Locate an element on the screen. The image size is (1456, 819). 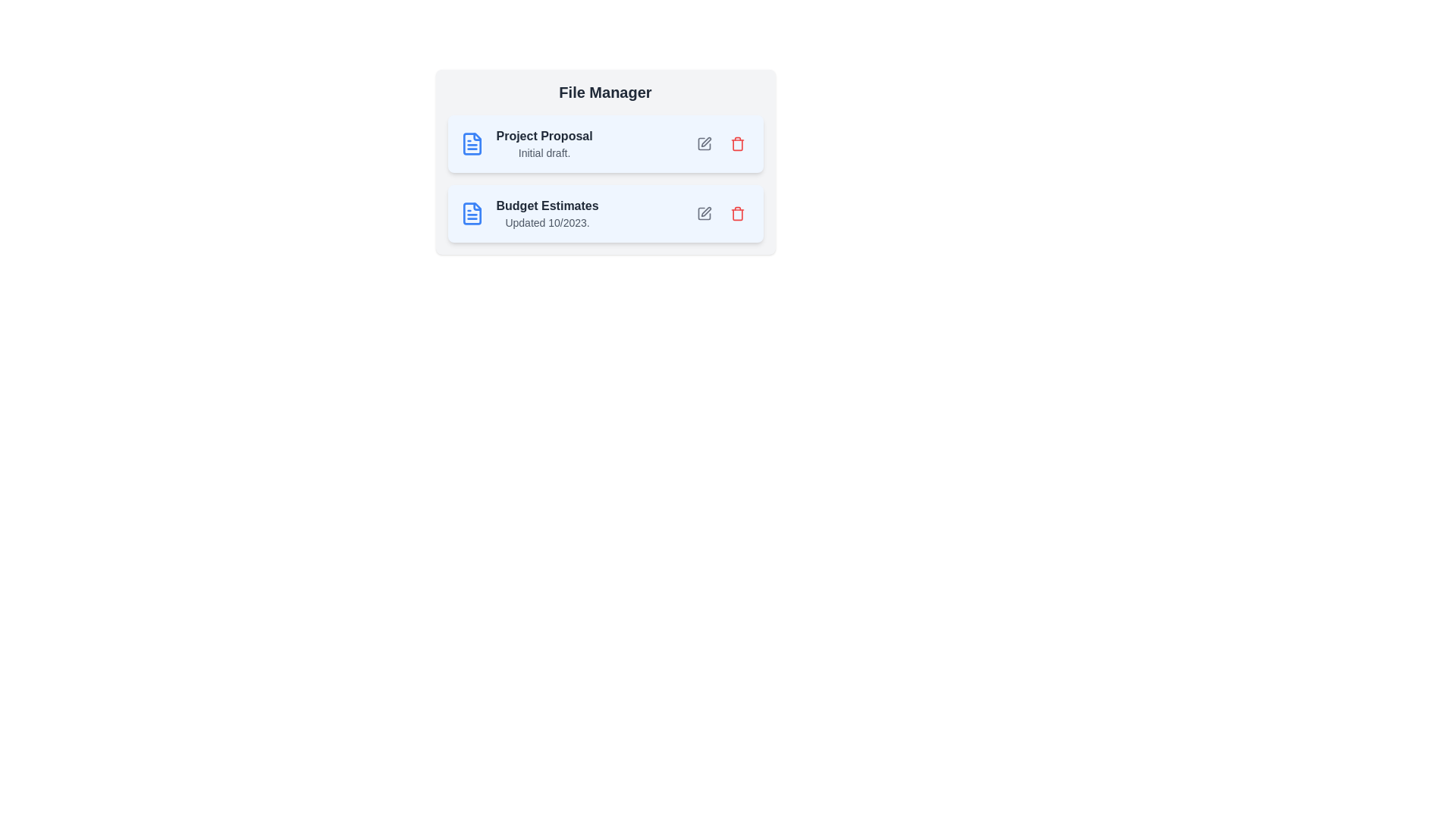
the delete button for the file Project Proposal is located at coordinates (737, 143).